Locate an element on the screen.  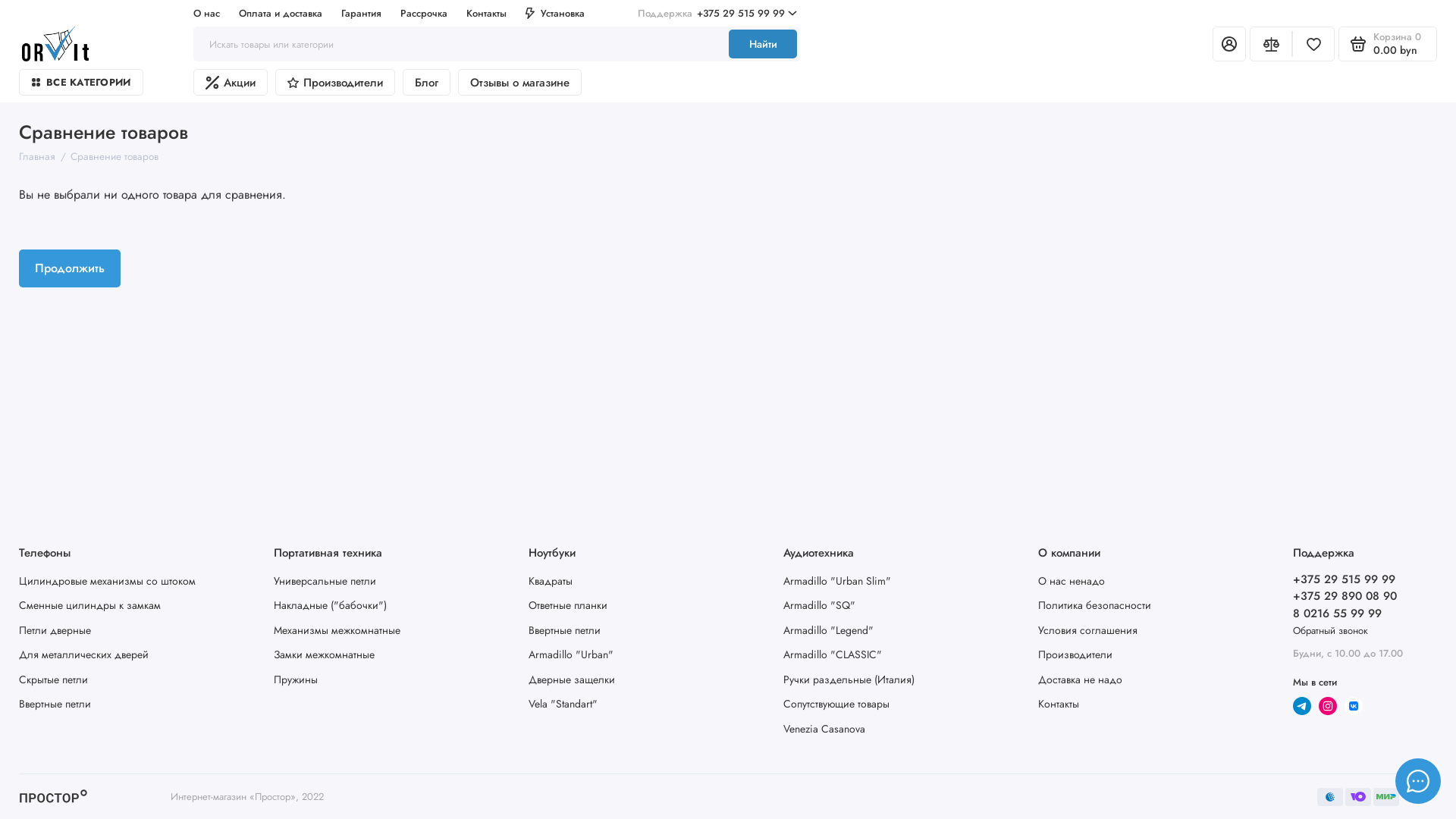
'+375 29 515 99 99' is located at coordinates (1344, 579).